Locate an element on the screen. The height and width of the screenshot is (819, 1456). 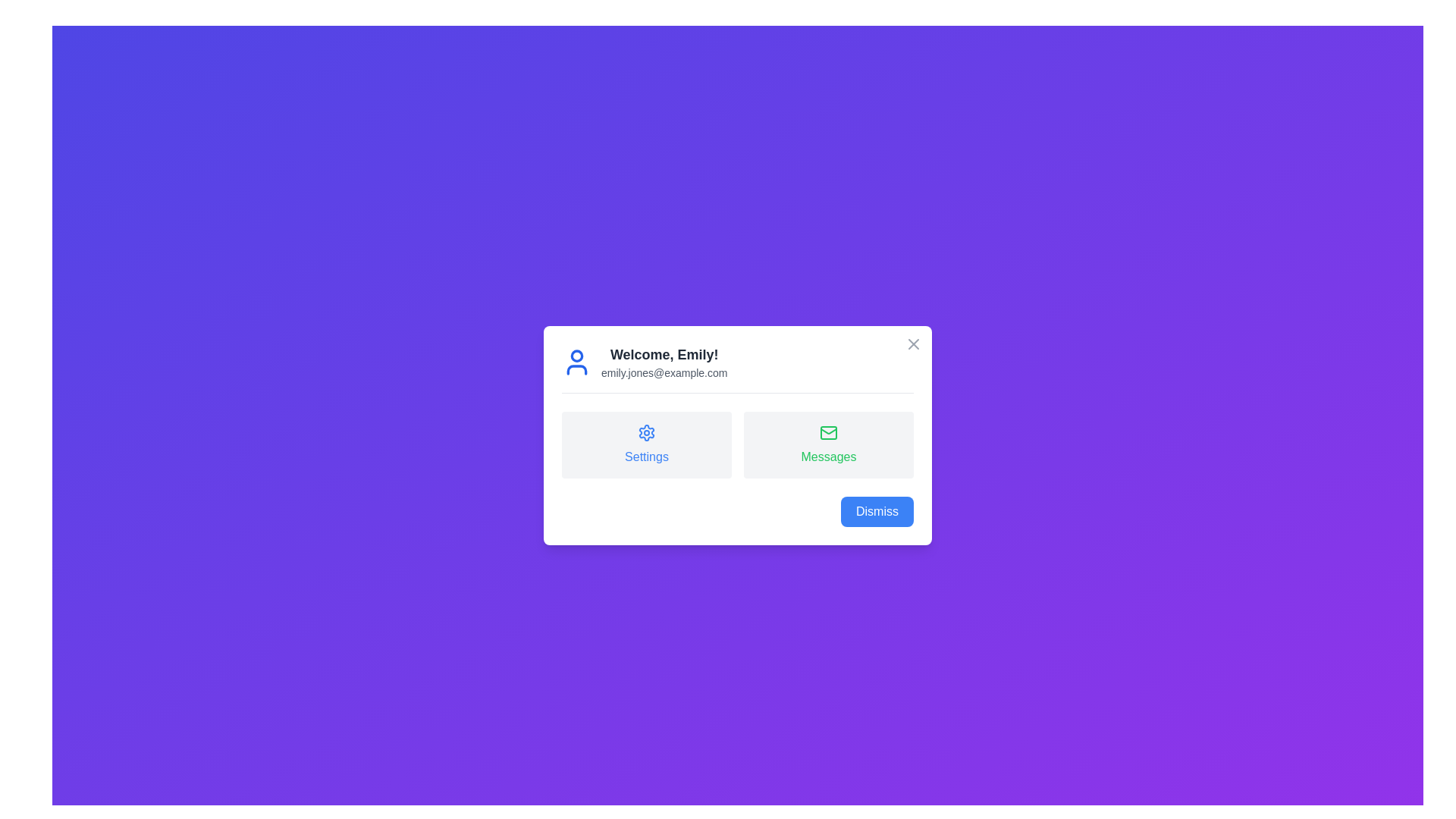
the close button located in the top-right corner of the modal window is located at coordinates (912, 343).